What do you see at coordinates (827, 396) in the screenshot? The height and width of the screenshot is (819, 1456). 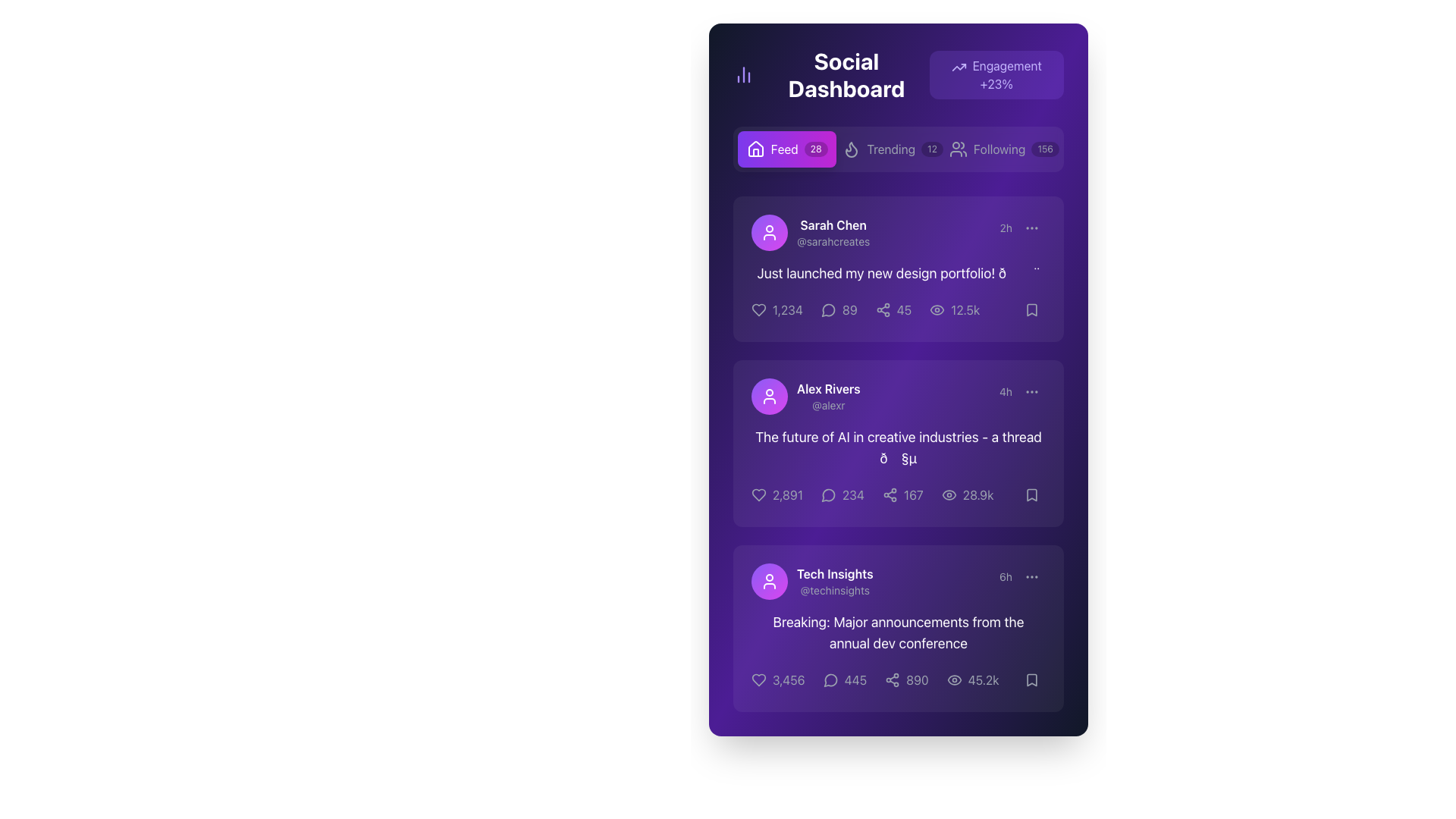 I see `the text display component showing the name 'Alex Rivers' and username '@alexr' on a purple background, which is the second user card in the list` at bounding box center [827, 396].